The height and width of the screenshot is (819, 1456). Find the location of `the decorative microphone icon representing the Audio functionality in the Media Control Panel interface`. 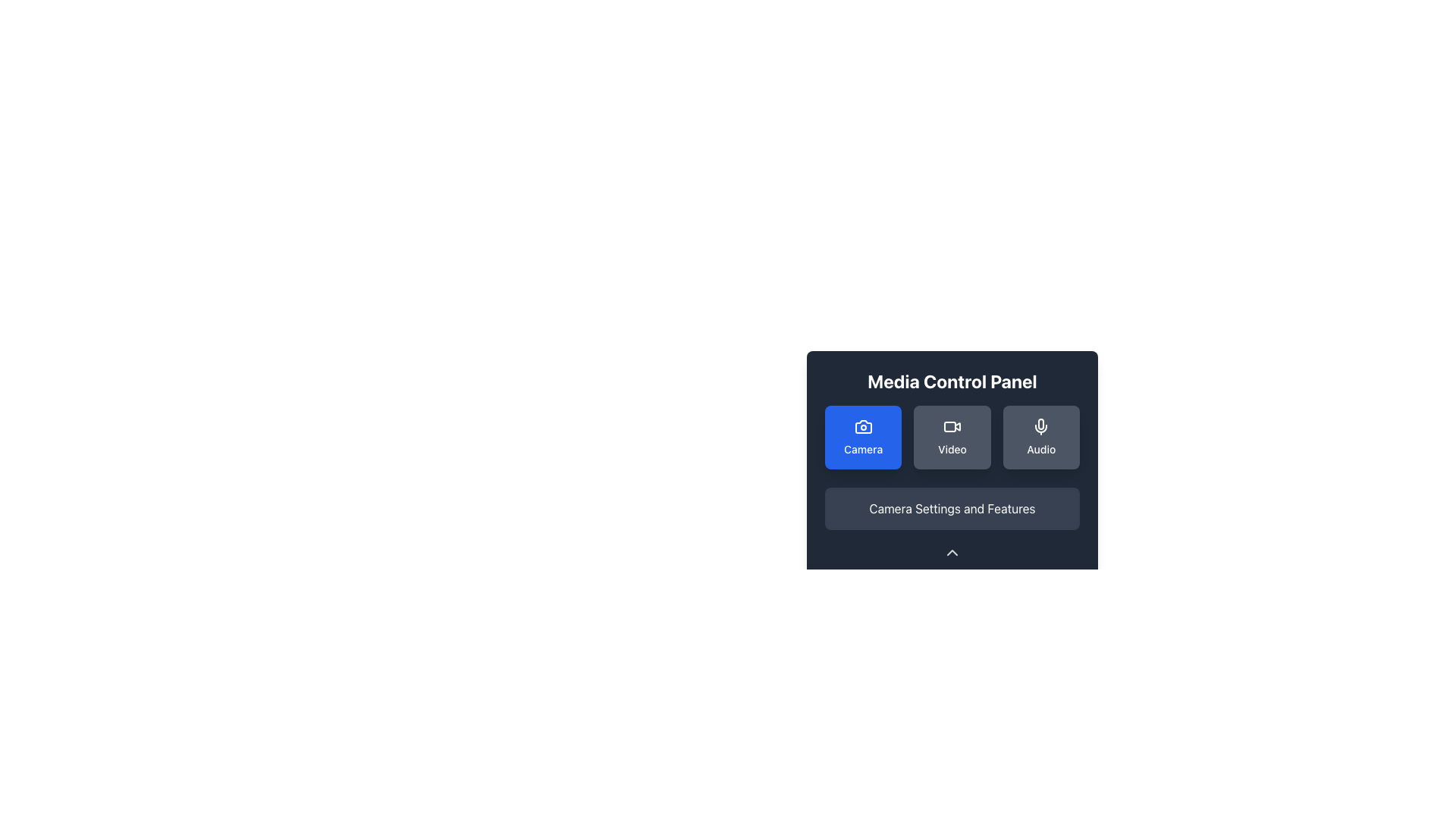

the decorative microphone icon representing the Audio functionality in the Media Control Panel interface is located at coordinates (1040, 424).